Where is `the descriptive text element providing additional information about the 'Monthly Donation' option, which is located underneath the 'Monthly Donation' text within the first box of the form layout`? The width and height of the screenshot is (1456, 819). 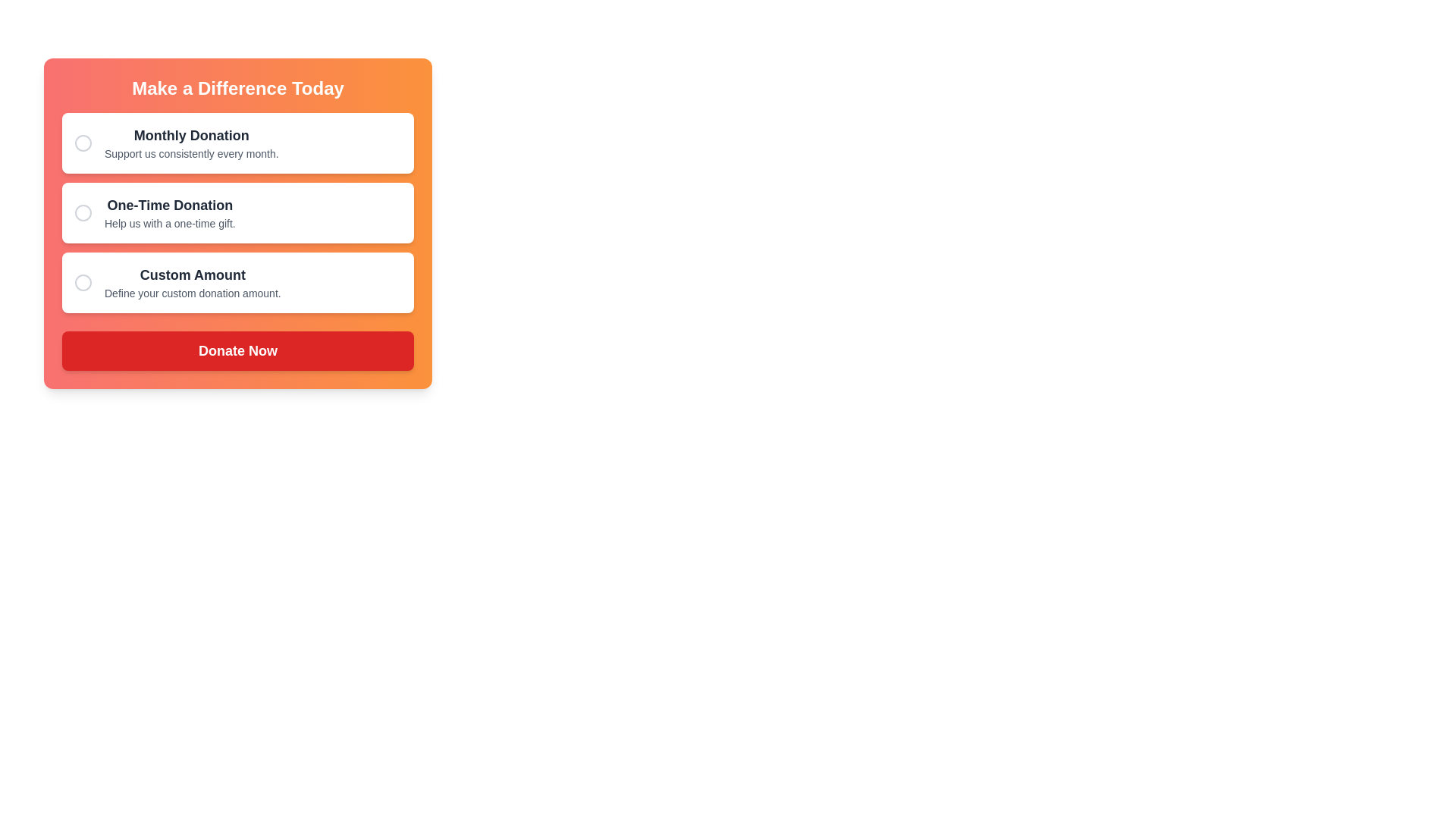
the descriptive text element providing additional information about the 'Monthly Donation' option, which is located underneath the 'Monthly Donation' text within the first box of the form layout is located at coordinates (190, 154).